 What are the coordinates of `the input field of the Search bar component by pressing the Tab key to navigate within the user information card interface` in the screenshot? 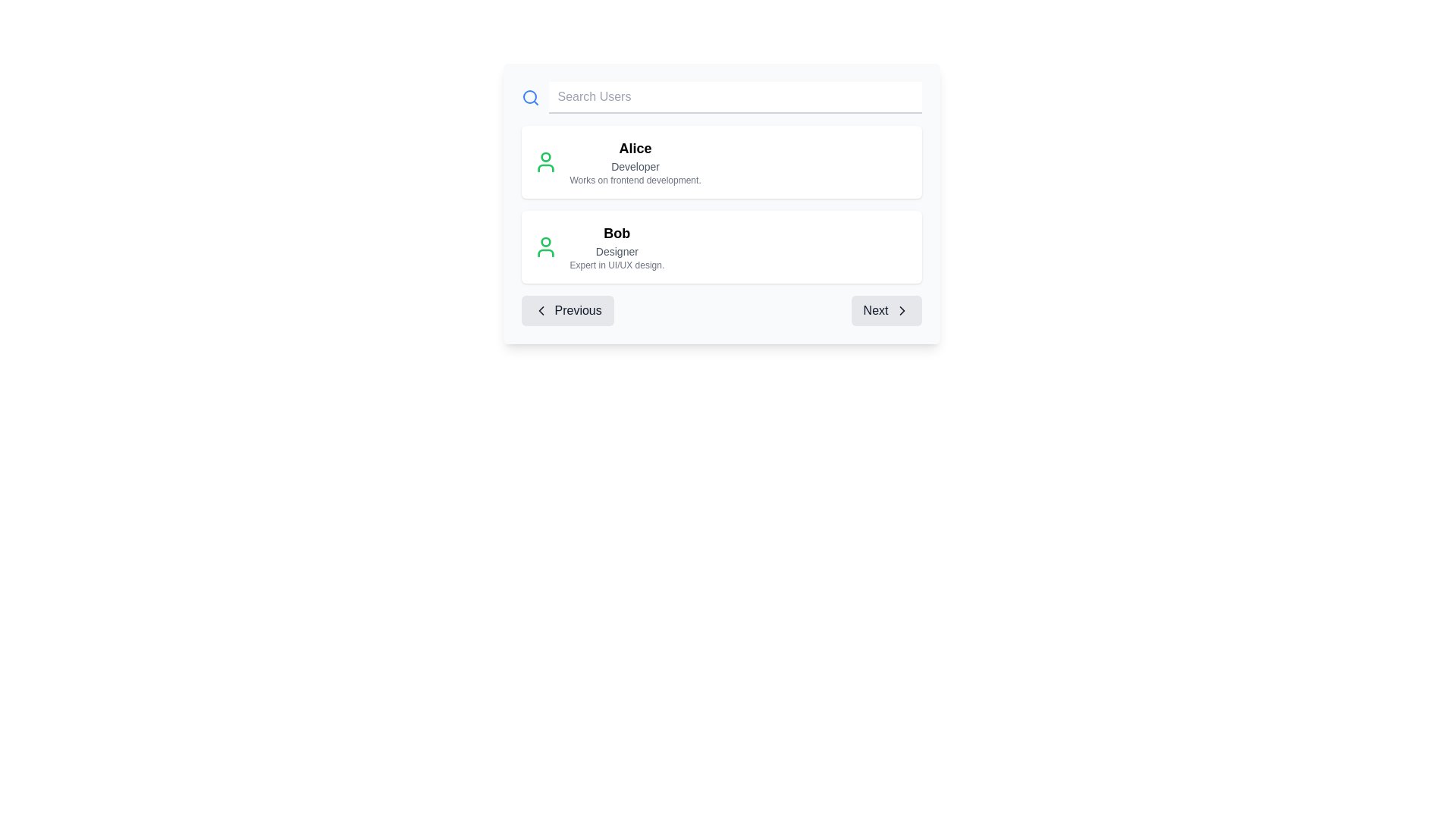 It's located at (720, 97).